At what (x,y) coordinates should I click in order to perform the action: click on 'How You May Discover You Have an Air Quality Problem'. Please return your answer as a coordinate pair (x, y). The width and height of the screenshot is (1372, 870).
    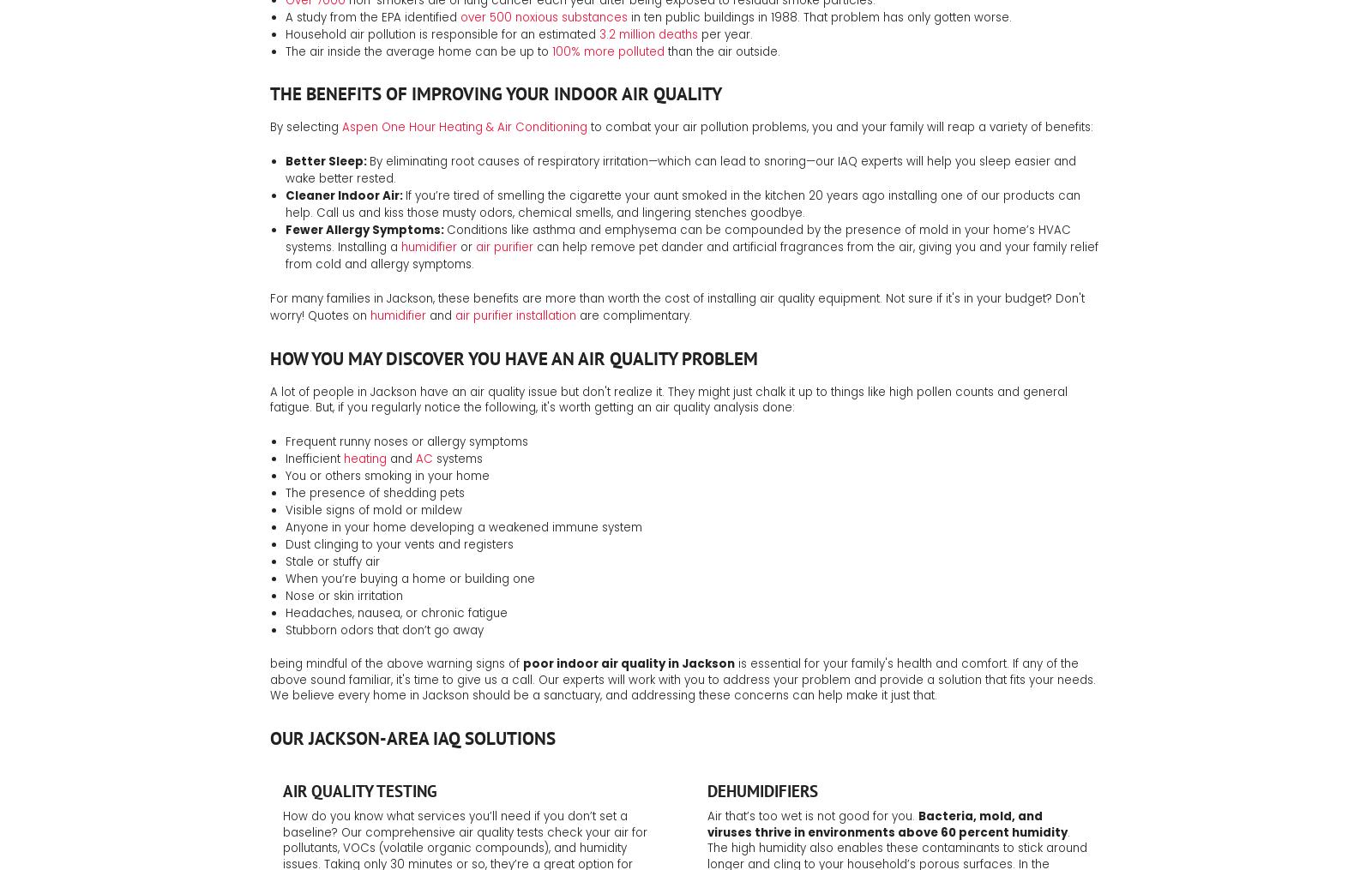
    Looking at the image, I should click on (270, 357).